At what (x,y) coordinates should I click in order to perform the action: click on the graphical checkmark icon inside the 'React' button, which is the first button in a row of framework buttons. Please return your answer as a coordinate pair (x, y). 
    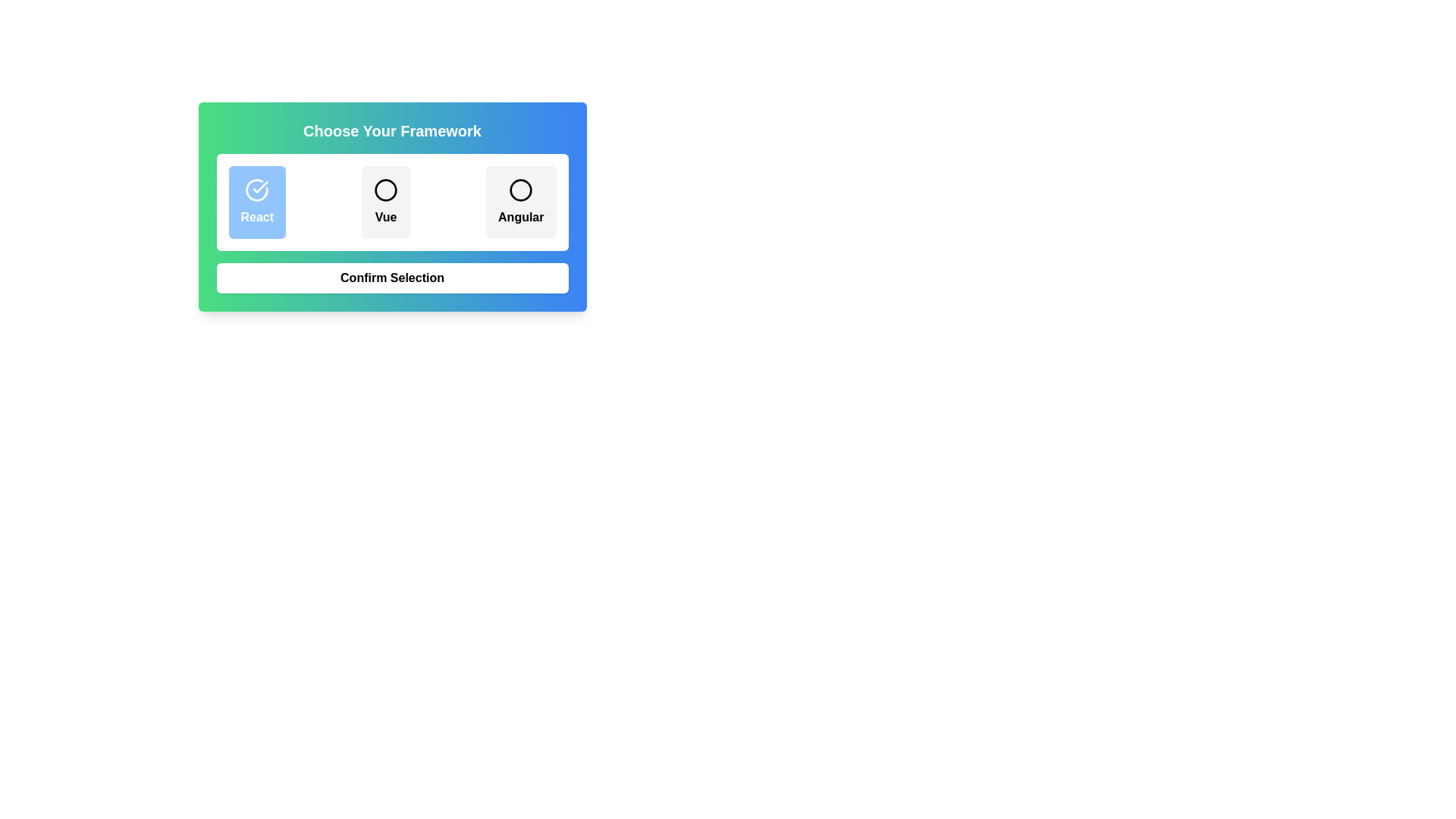
    Looking at the image, I should click on (257, 189).